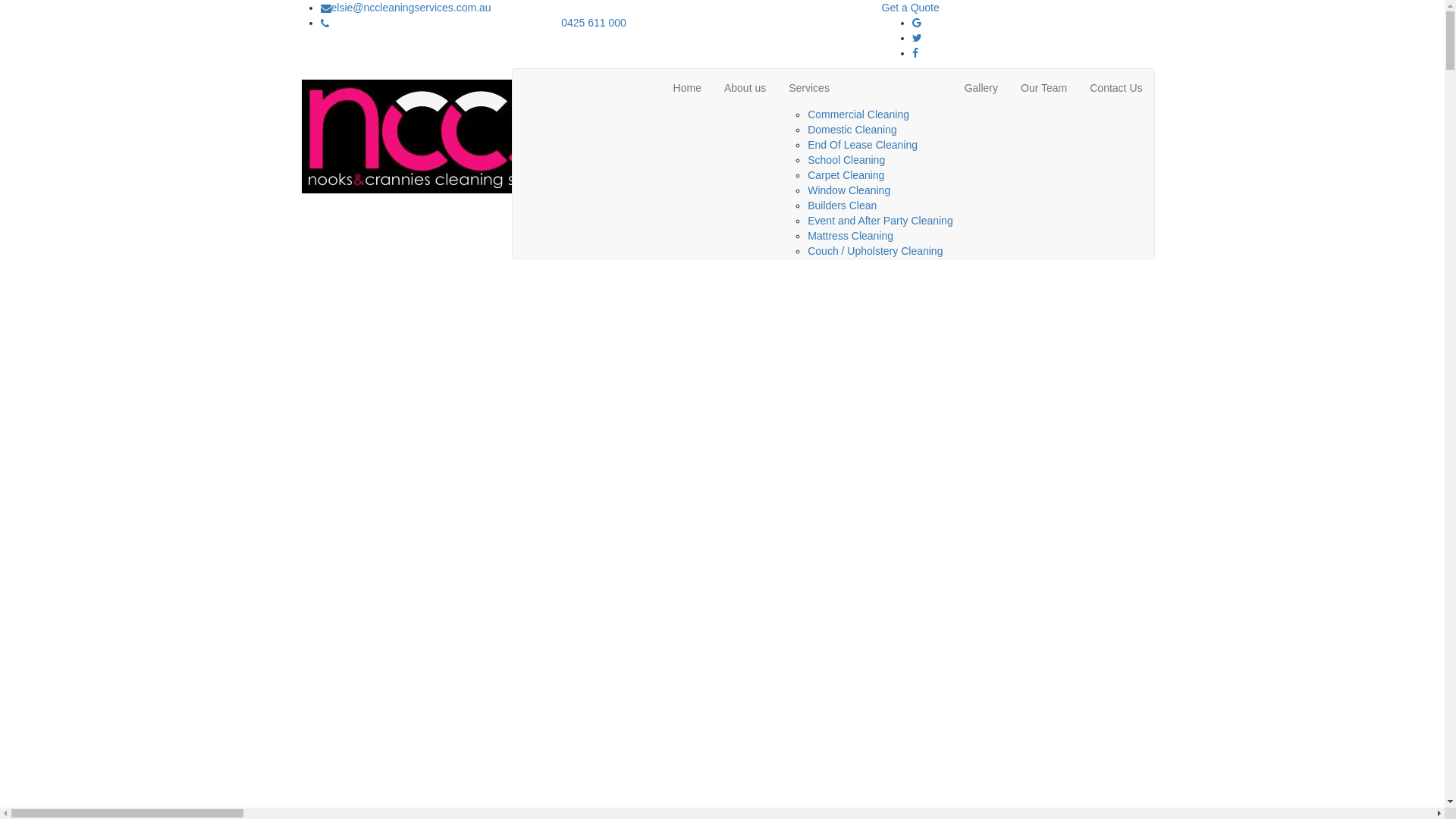  What do you see at coordinates (1043, 87) in the screenshot?
I see `'Our Team'` at bounding box center [1043, 87].